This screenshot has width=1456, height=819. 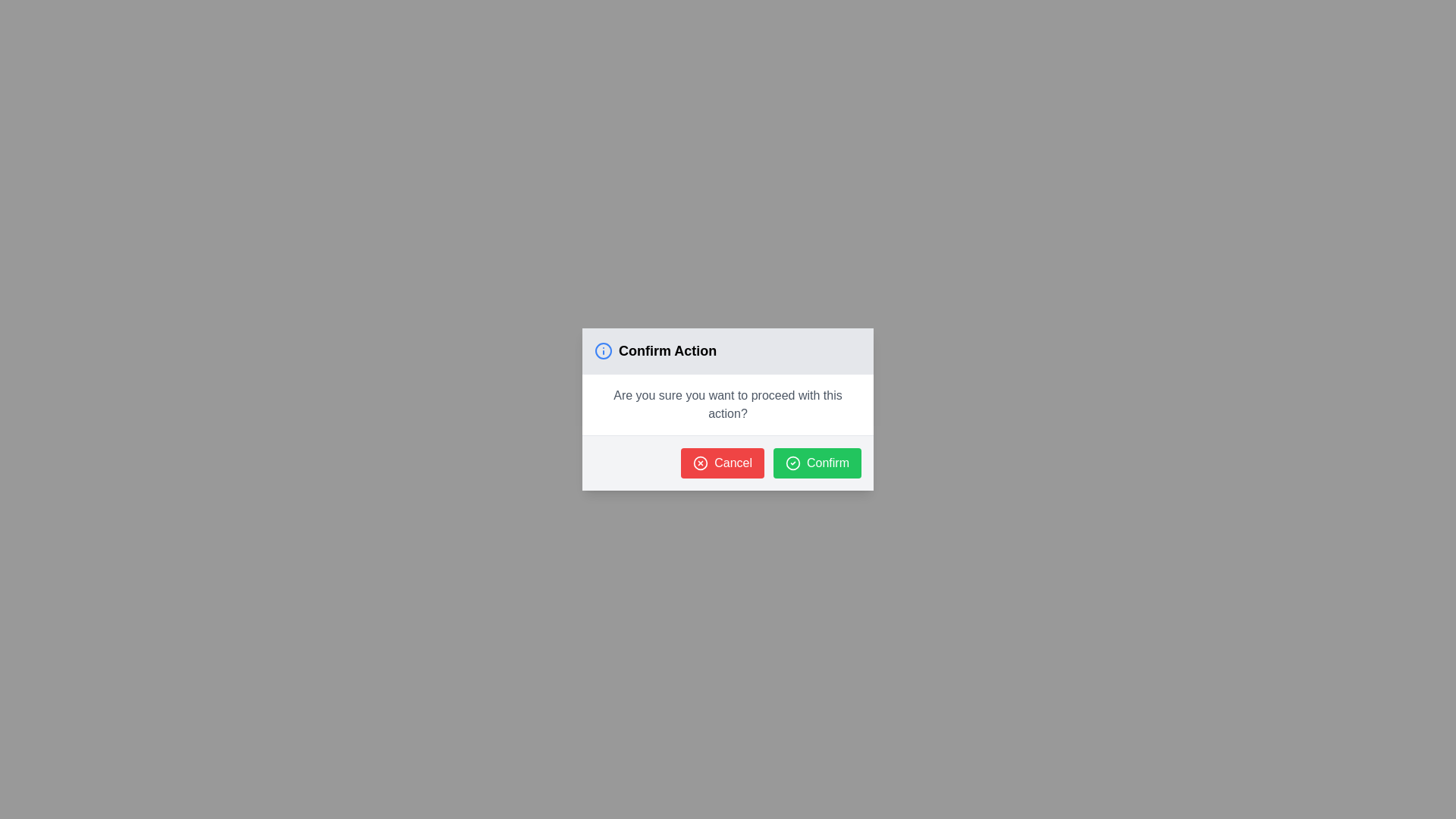 What do you see at coordinates (728, 403) in the screenshot?
I see `the informational text label in the confirmation dialog that provides details about the action to confirm or cancel` at bounding box center [728, 403].